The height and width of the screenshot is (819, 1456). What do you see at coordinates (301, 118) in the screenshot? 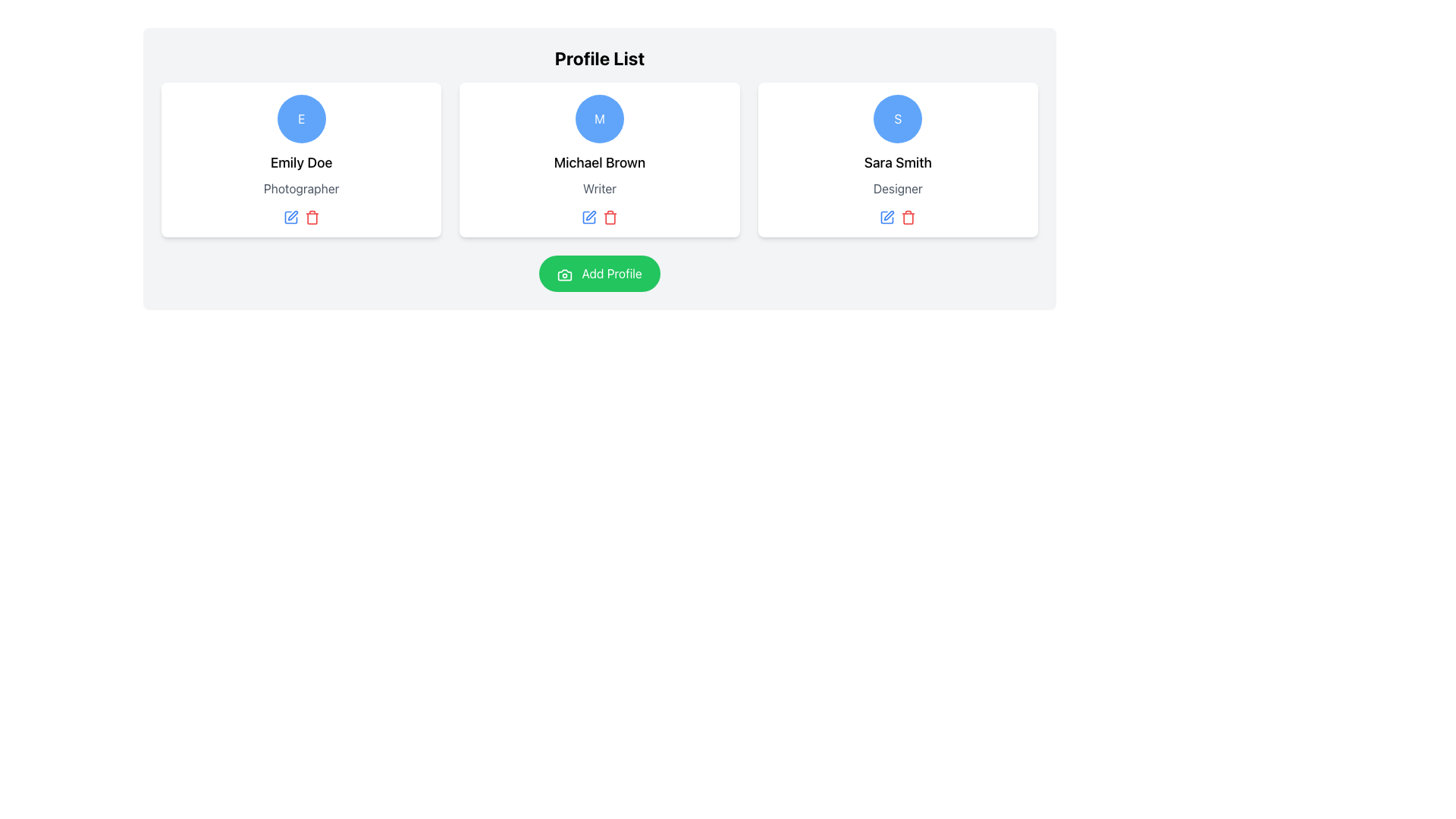
I see `the circular avatar with a blue background and the letter 'E' in white, located at the topmost position of Emily Doe's profile card` at bounding box center [301, 118].